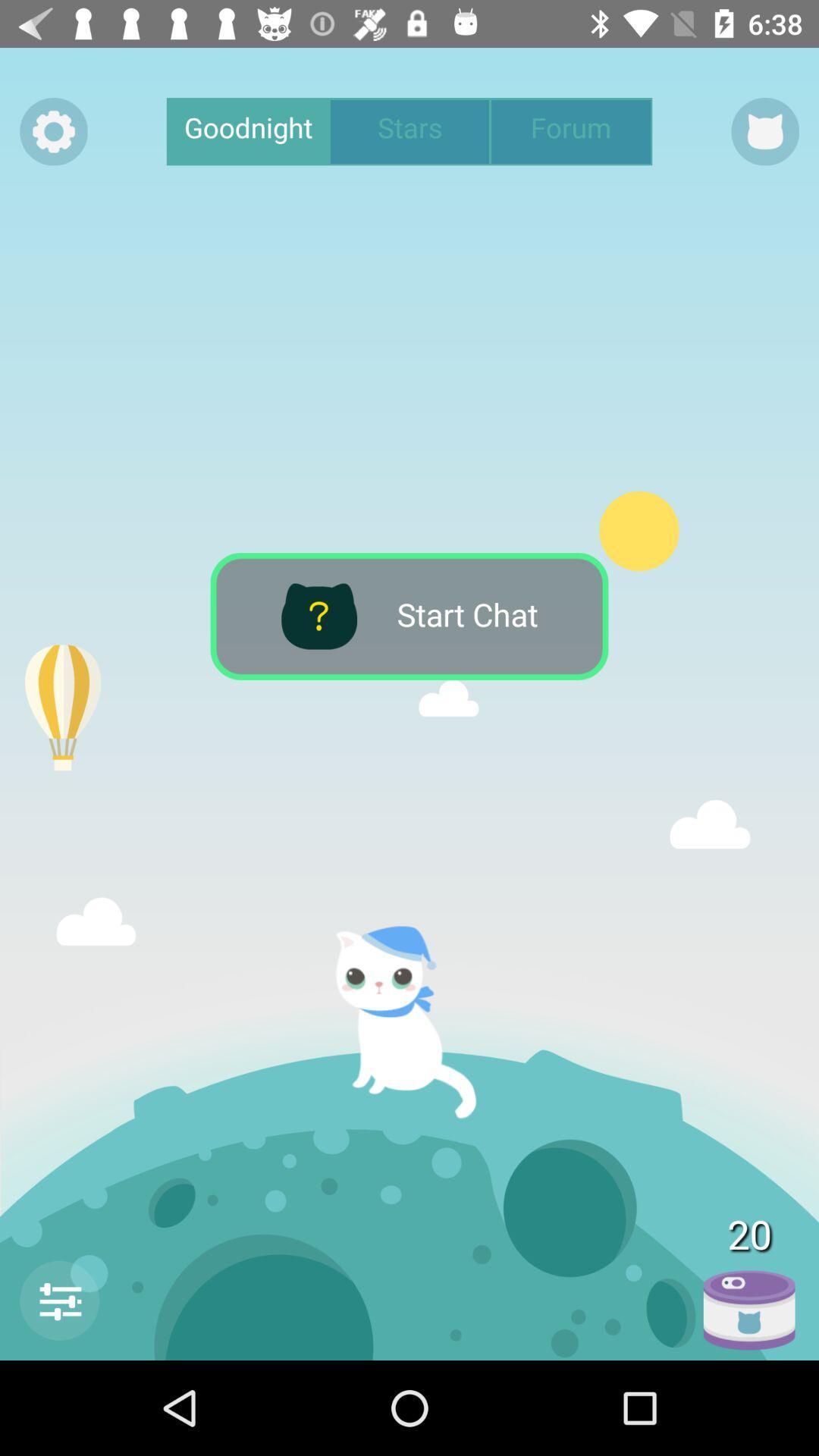 Image resolution: width=819 pixels, height=1456 pixels. What do you see at coordinates (419, 1023) in the screenshot?
I see `the image below start chart` at bounding box center [419, 1023].